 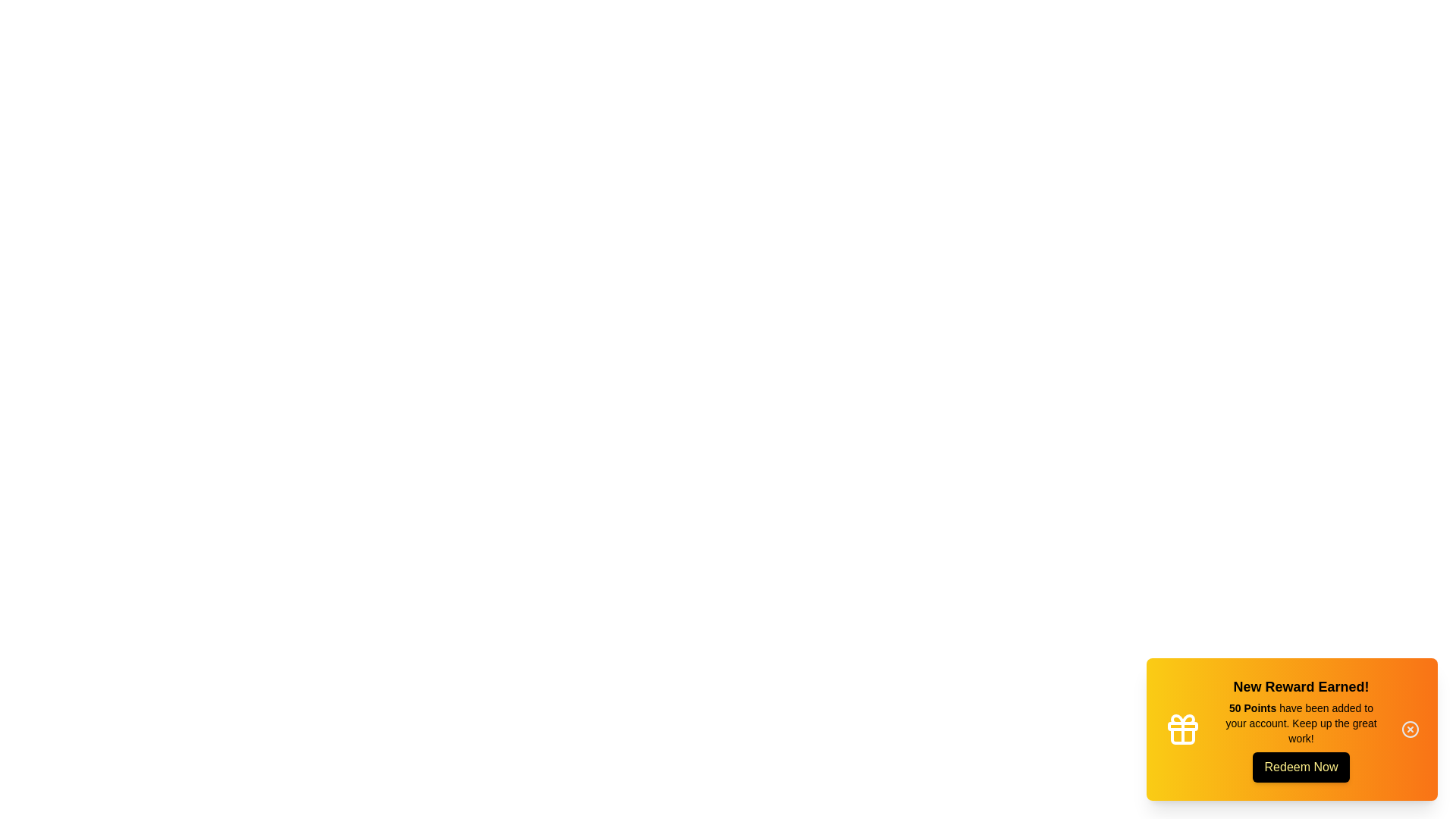 What do you see at coordinates (1410, 728) in the screenshot?
I see `the interactive element 'Close button' to trigger its visual effect` at bounding box center [1410, 728].